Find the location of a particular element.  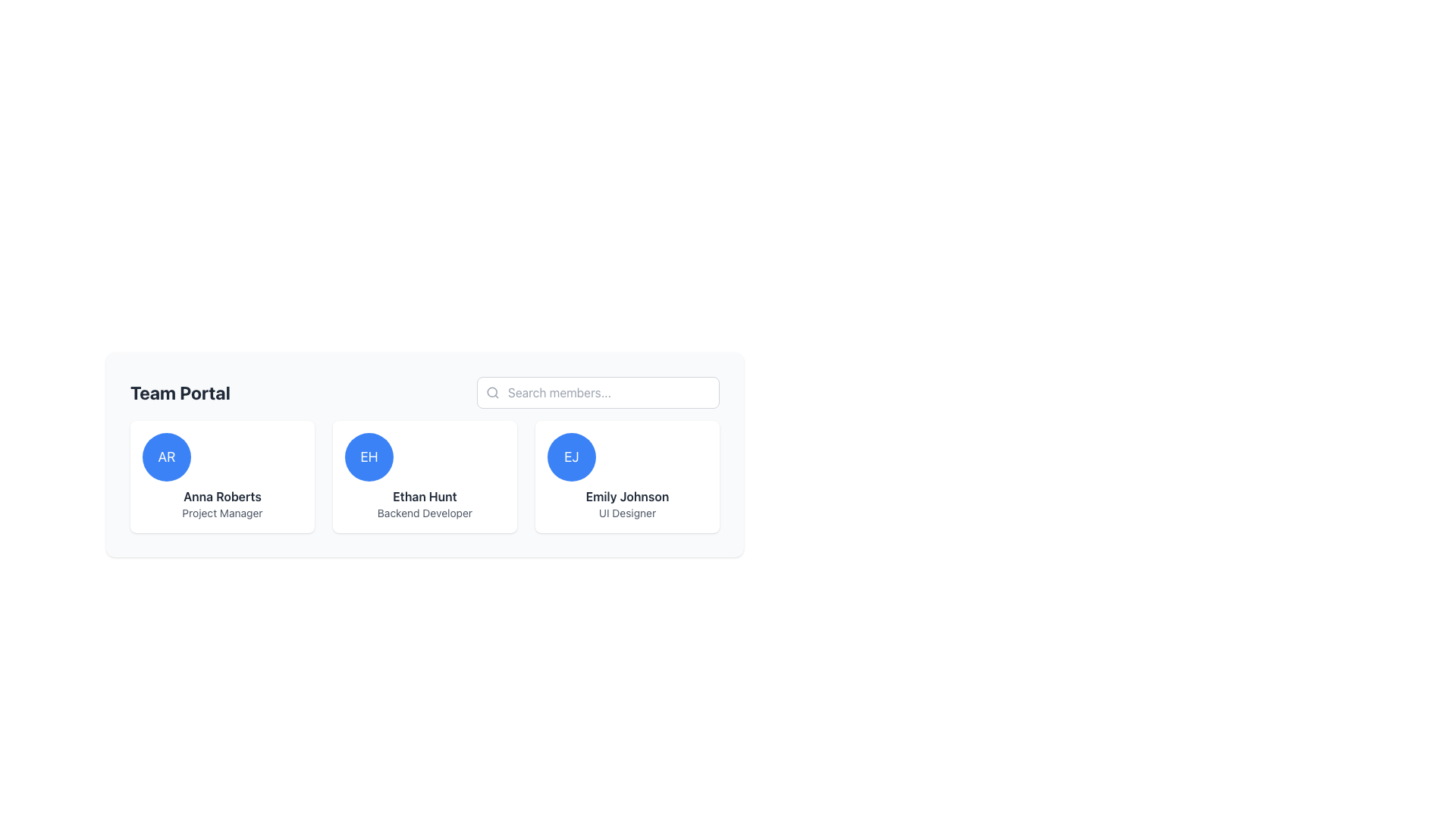

the profile card for Emily Johnson, which is the third card in a horizontal row of three cards, displaying her name and role as UI Designer is located at coordinates (627, 475).